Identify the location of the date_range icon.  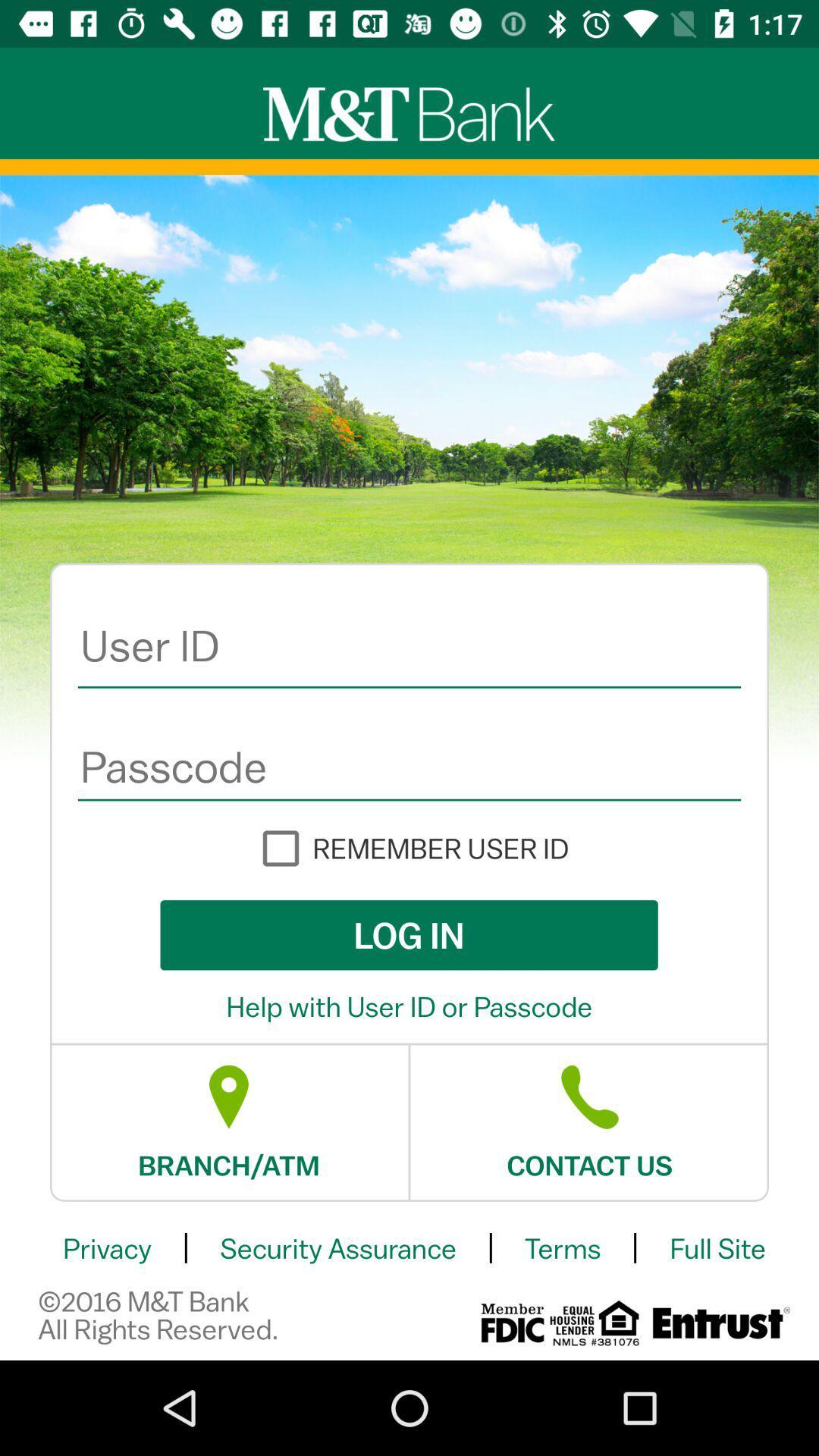
(718, 1322).